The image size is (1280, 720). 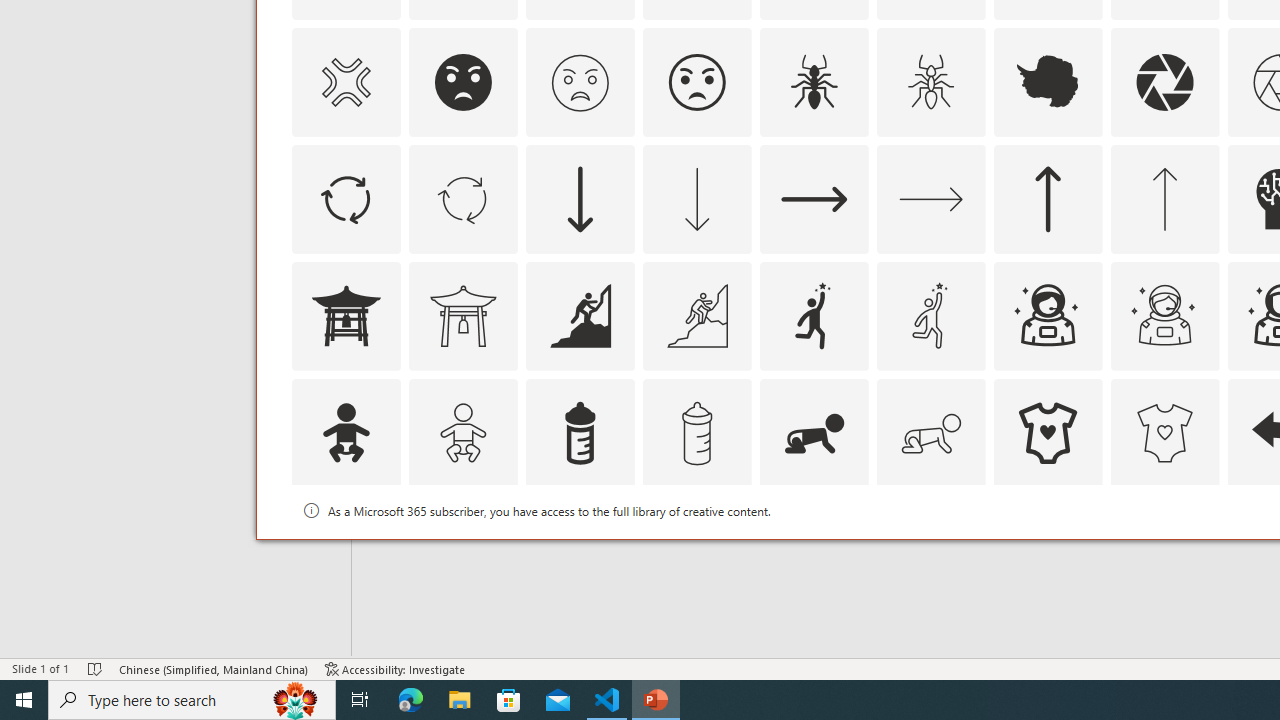 I want to click on 'AutomationID: Icons_AsianTemple1', so click(x=345, y=315).